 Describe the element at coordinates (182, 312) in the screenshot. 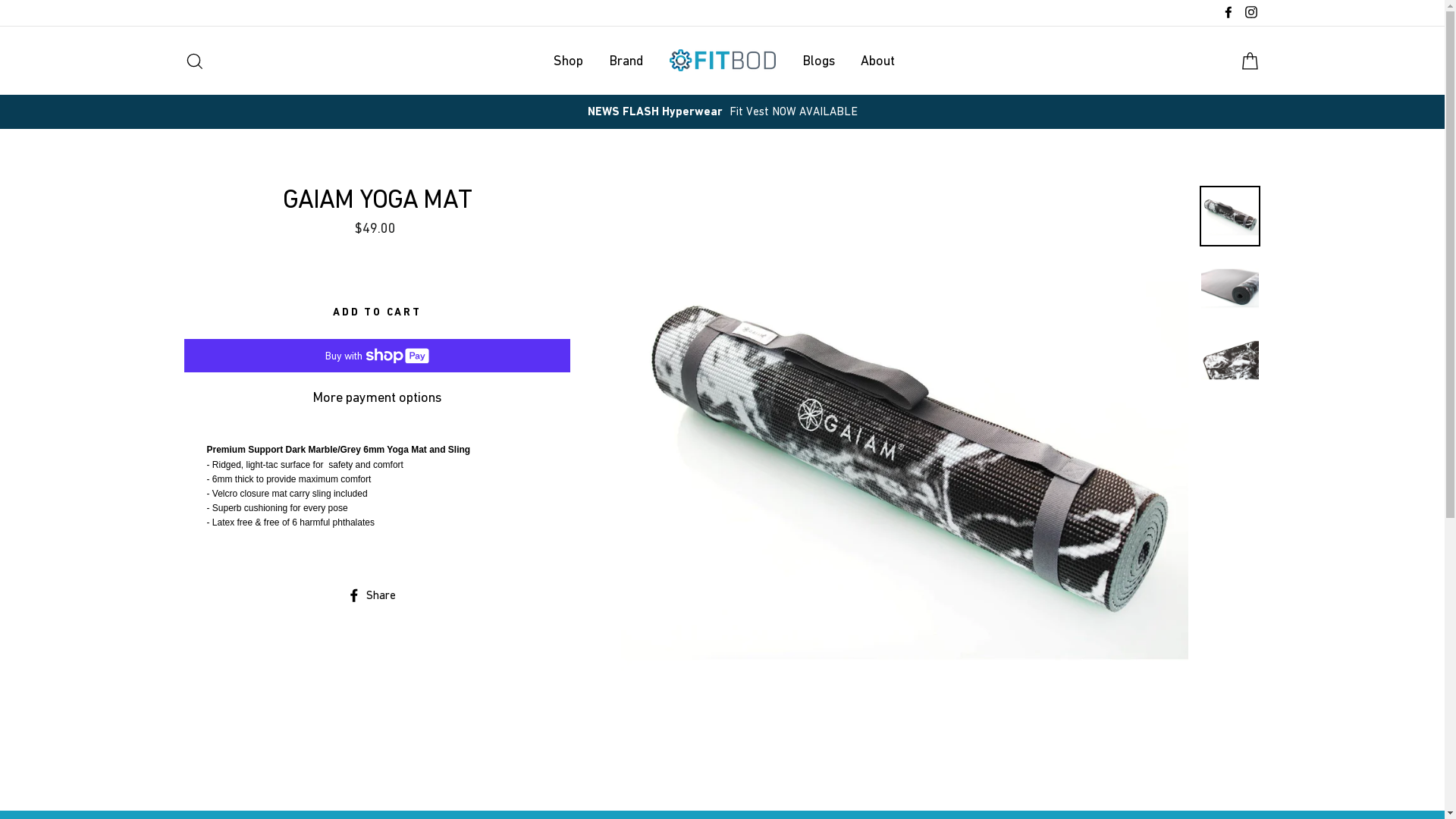

I see `'ADD TO CART'` at that location.